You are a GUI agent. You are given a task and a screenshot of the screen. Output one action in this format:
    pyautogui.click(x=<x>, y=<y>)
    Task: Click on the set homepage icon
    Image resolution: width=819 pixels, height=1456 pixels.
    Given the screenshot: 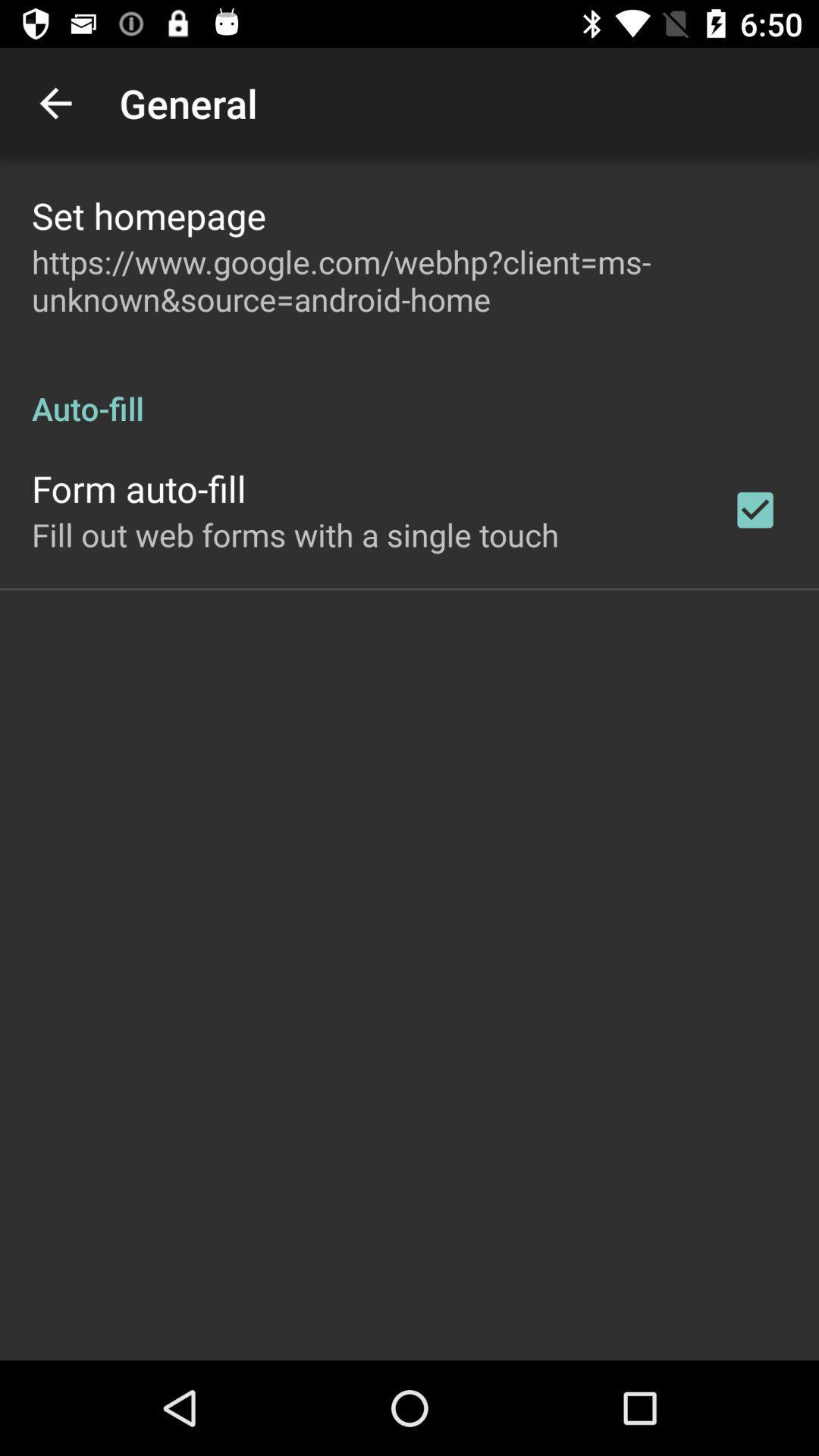 What is the action you would take?
    pyautogui.click(x=149, y=215)
    